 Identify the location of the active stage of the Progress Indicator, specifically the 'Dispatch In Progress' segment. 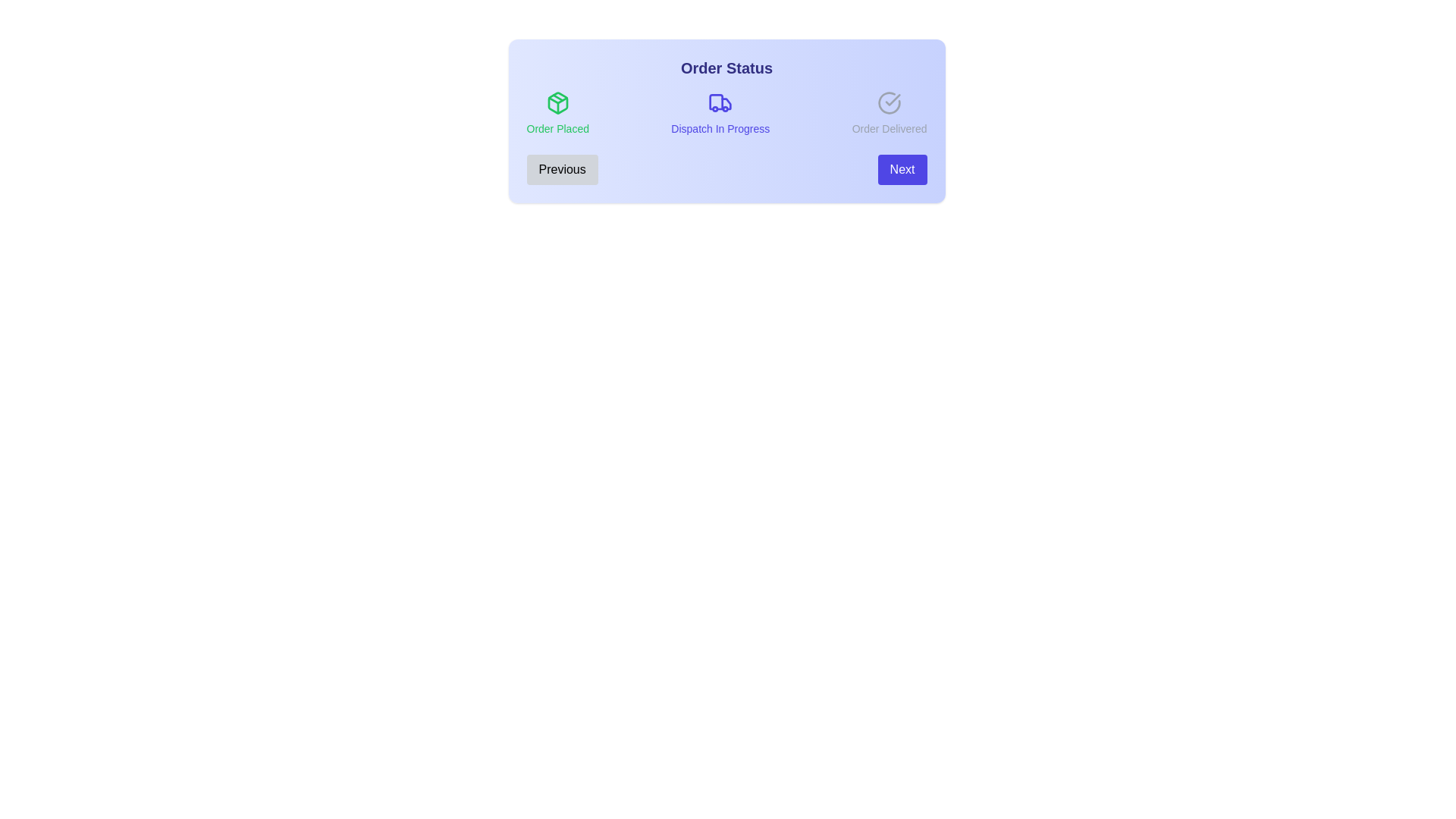
(726, 113).